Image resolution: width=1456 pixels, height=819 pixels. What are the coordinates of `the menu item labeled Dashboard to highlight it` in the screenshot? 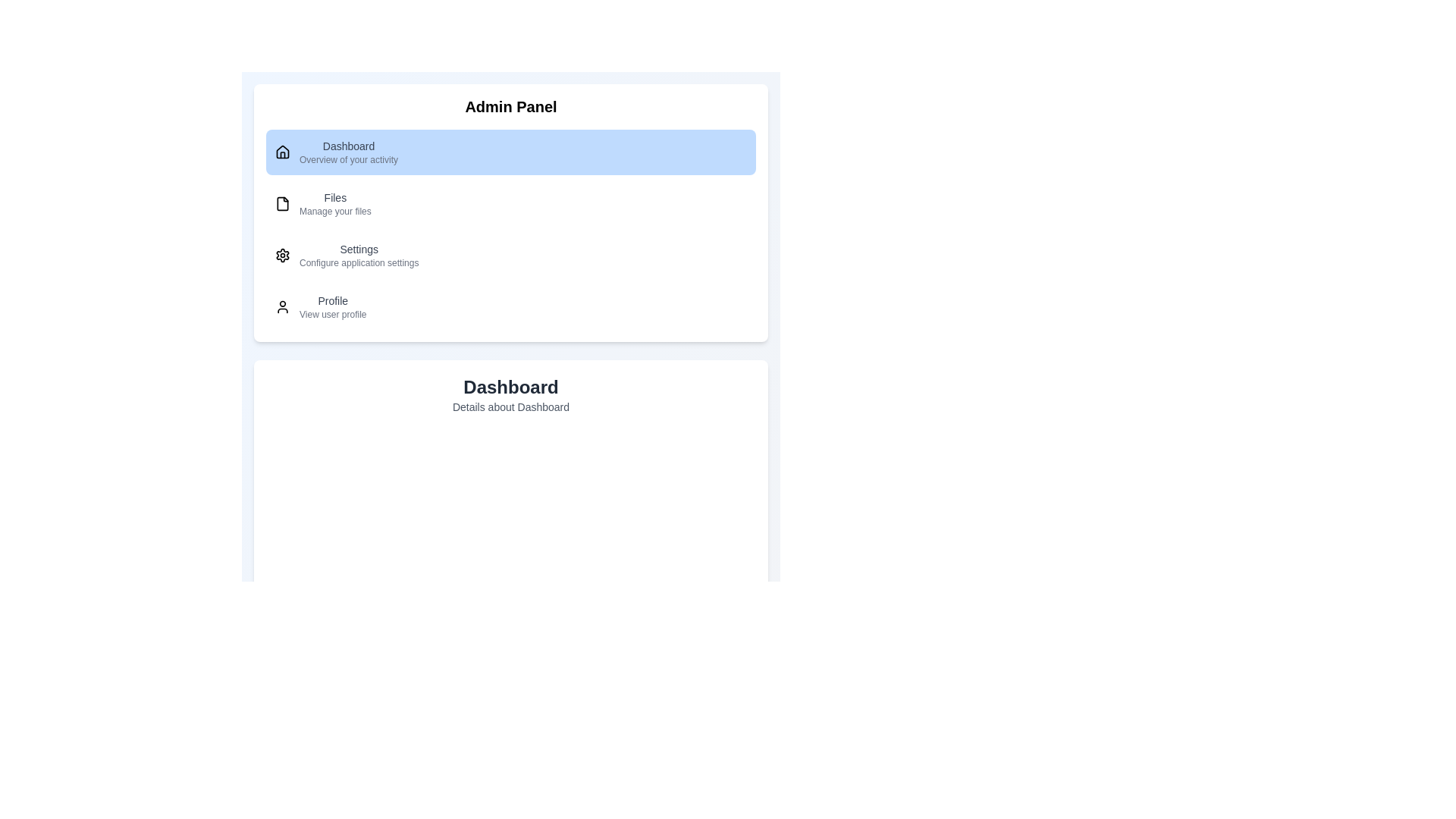 It's located at (510, 152).